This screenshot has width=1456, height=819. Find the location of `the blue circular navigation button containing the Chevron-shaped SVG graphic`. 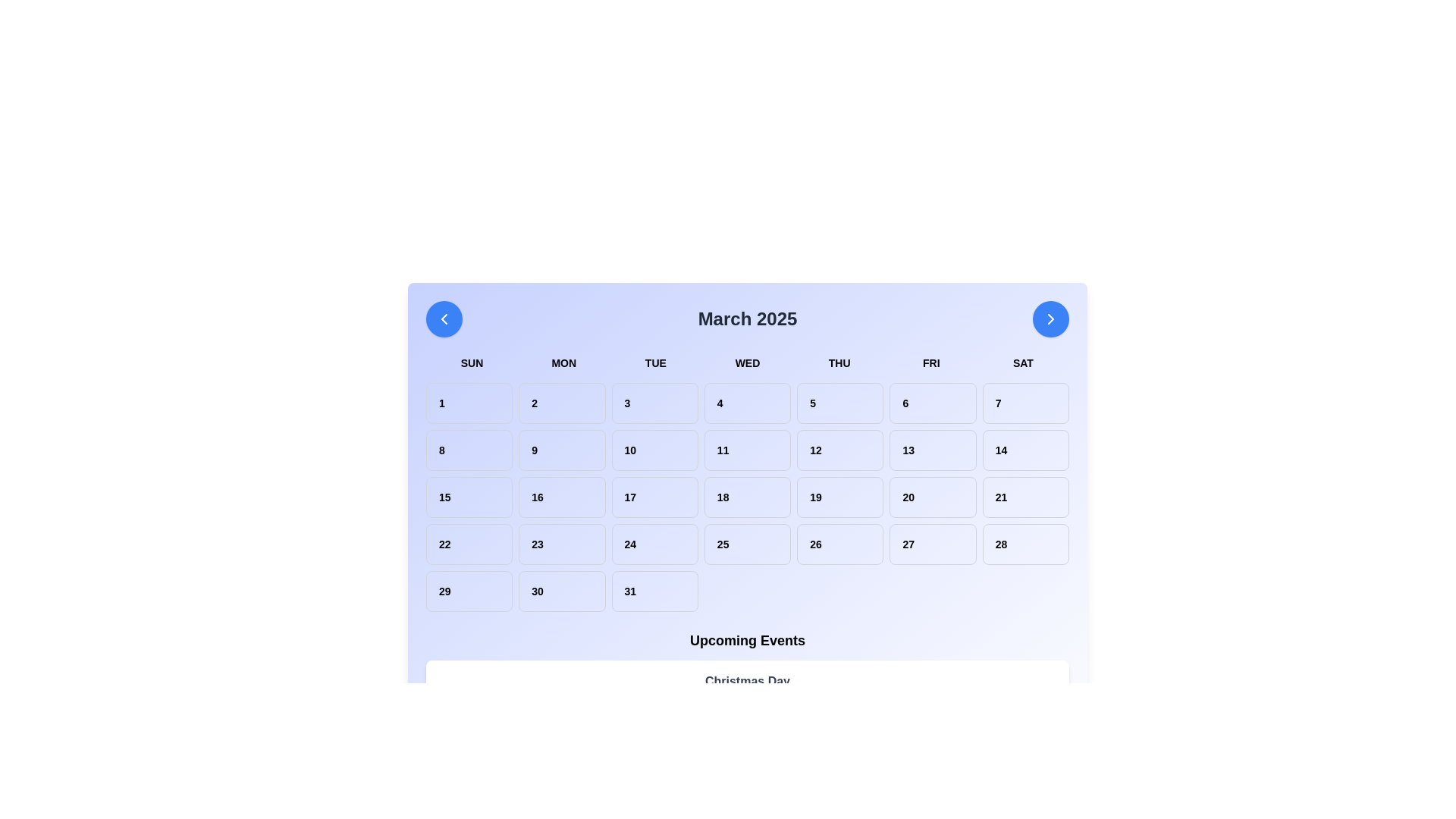

the blue circular navigation button containing the Chevron-shaped SVG graphic is located at coordinates (443, 318).